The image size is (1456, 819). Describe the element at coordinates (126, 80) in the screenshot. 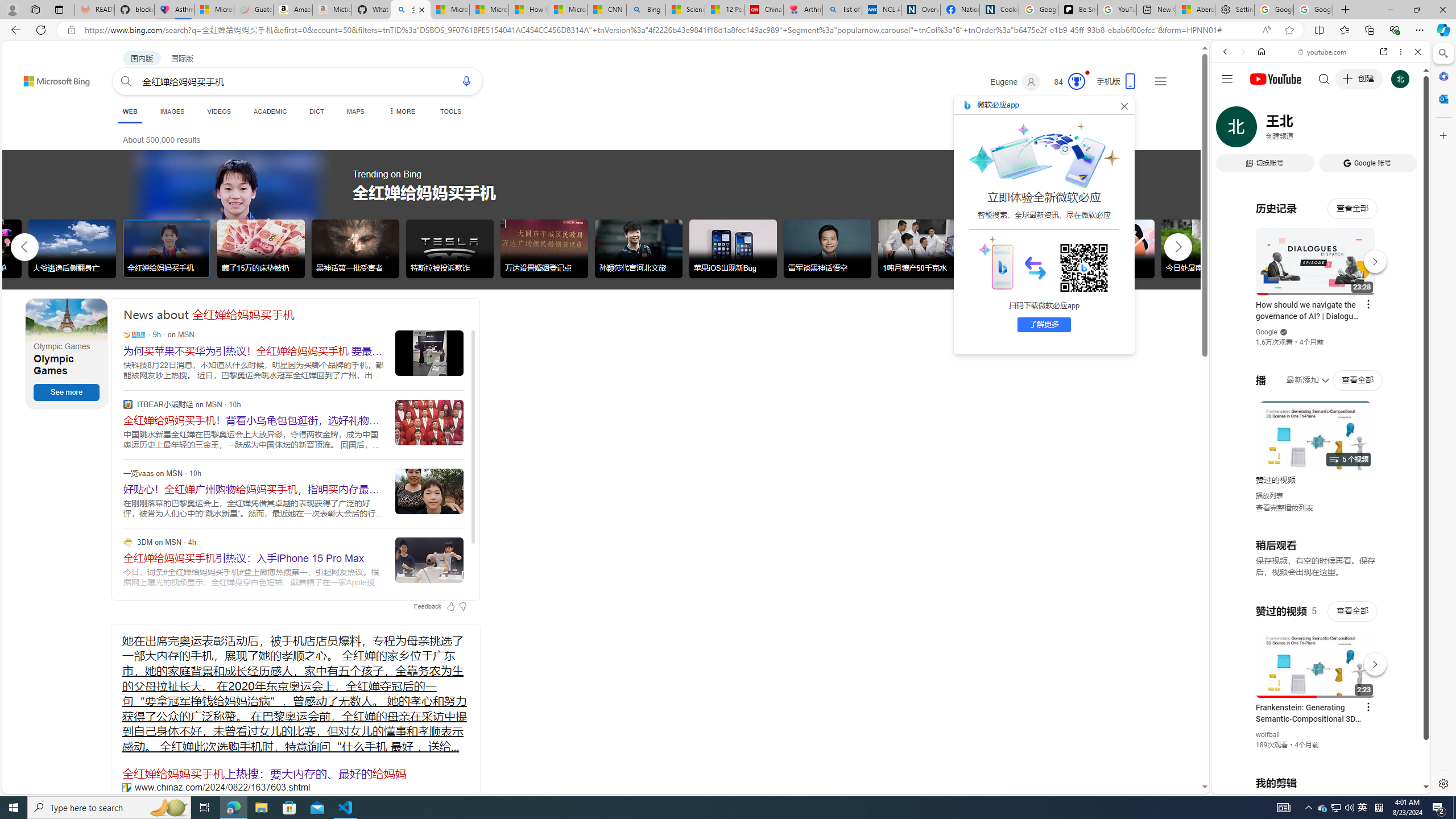

I see `'Search button'` at that location.